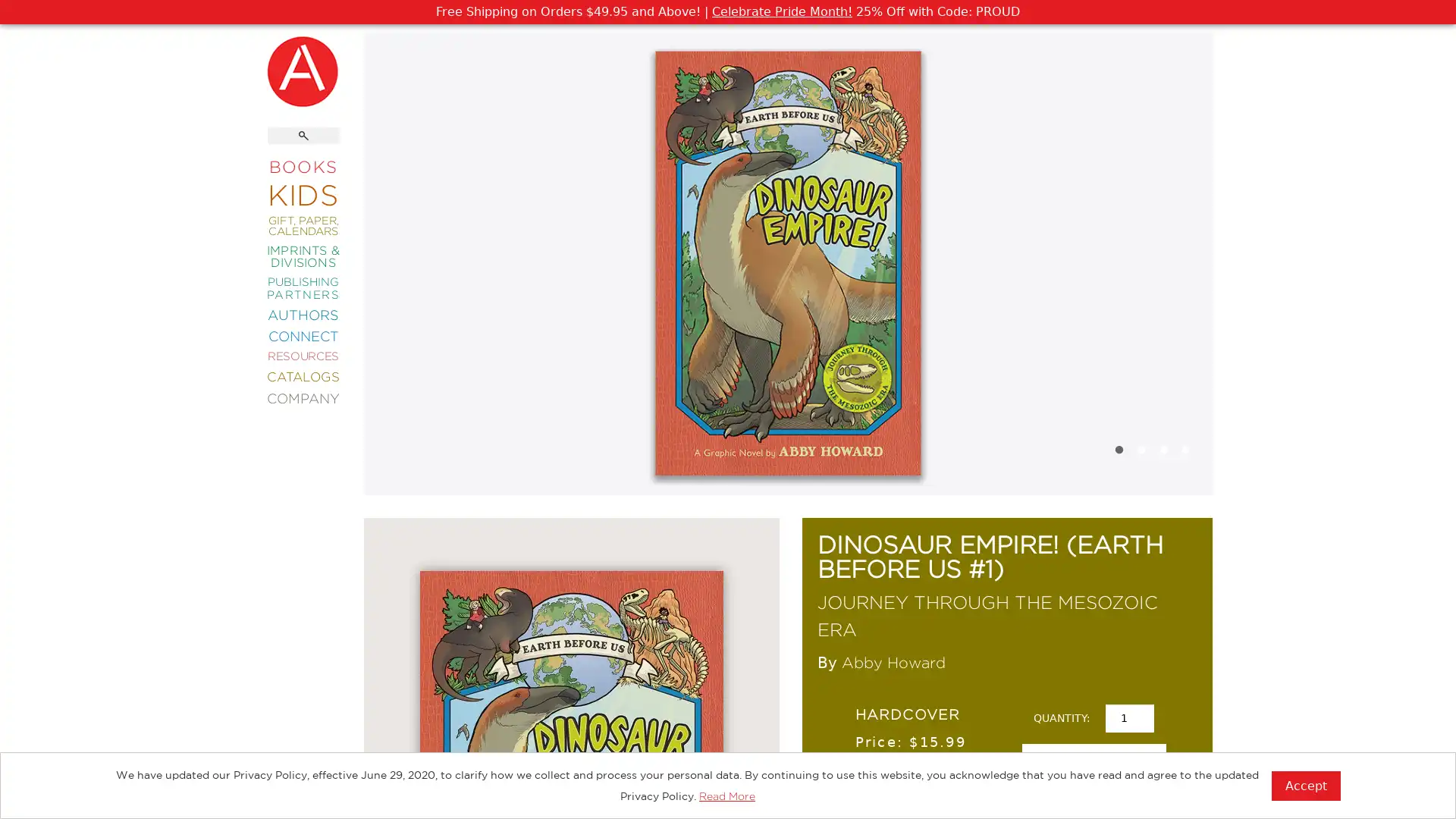 The height and width of the screenshot is (819, 1456). I want to click on RESOURCES, so click(303, 356).